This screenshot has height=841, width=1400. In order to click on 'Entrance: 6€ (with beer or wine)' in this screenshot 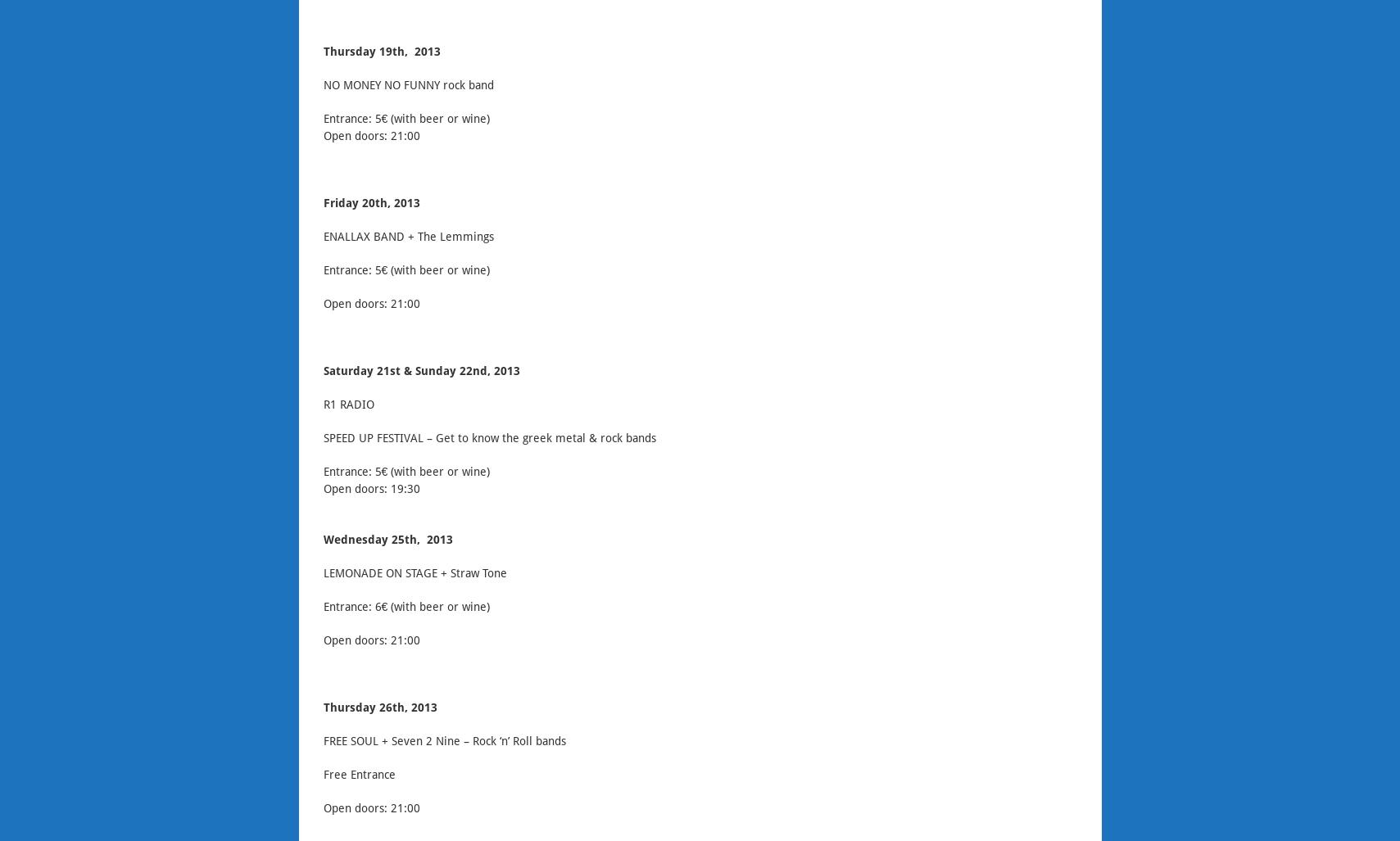, I will do `click(405, 608)`.